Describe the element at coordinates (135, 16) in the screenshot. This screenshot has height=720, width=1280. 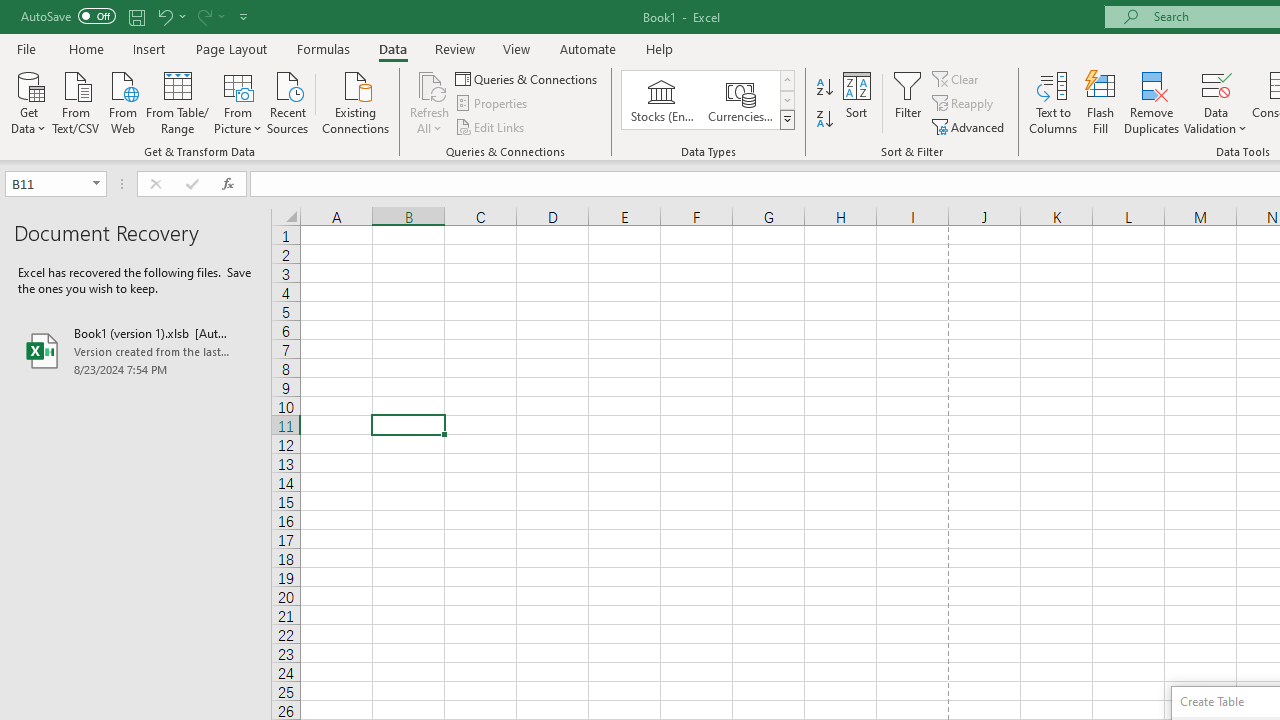
I see `'Quick Access Toolbar'` at that location.